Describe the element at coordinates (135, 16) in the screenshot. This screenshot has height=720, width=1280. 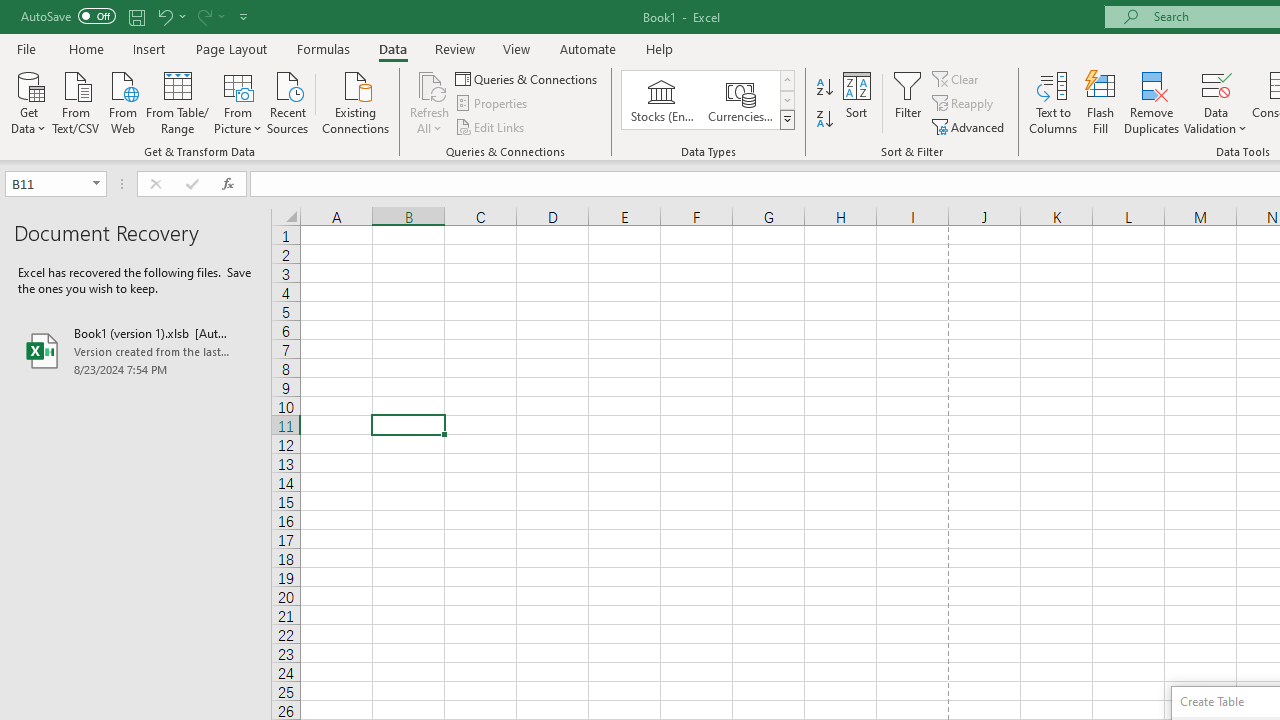
I see `'Quick Access Toolbar'` at that location.